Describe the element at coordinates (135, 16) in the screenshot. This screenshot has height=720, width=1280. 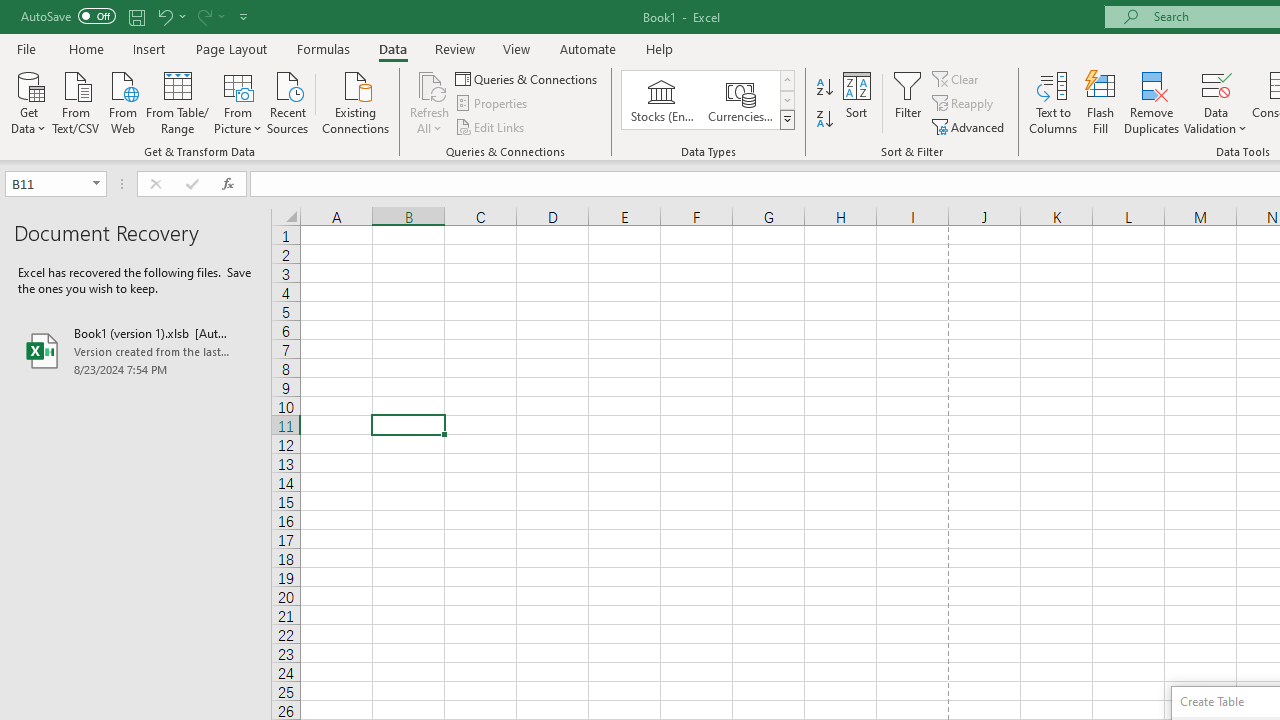
I see `'Quick Access Toolbar'` at that location.